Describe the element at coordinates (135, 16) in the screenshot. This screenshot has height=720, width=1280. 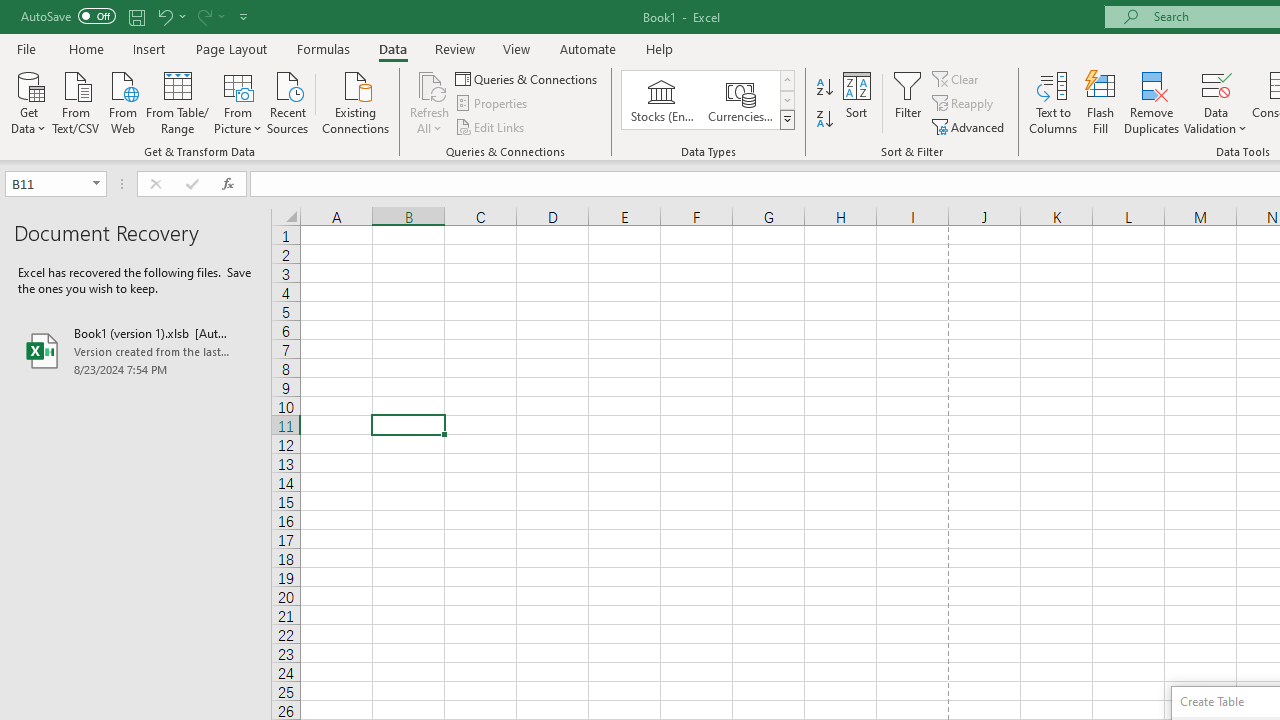
I see `'Quick Access Toolbar'` at that location.